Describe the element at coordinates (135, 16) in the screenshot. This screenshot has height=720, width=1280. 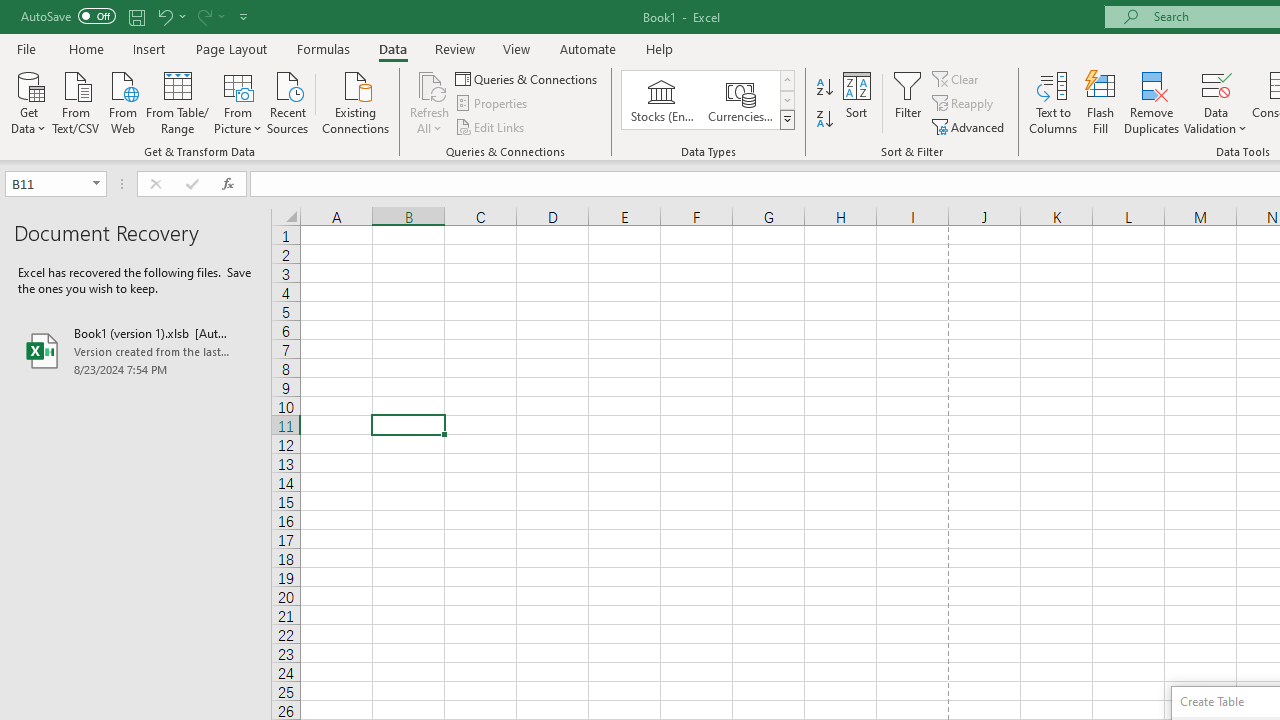
I see `'Quick Access Toolbar'` at that location.